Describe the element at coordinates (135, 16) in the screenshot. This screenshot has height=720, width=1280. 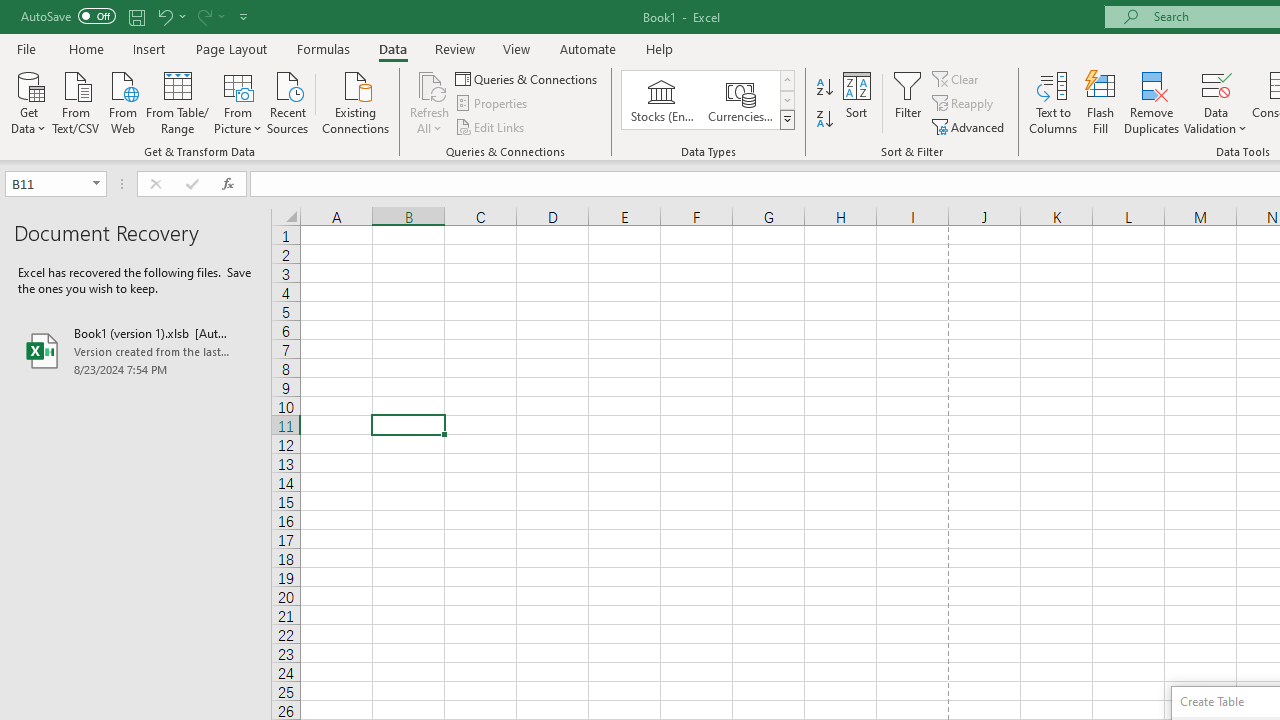
I see `'Quick Access Toolbar'` at that location.